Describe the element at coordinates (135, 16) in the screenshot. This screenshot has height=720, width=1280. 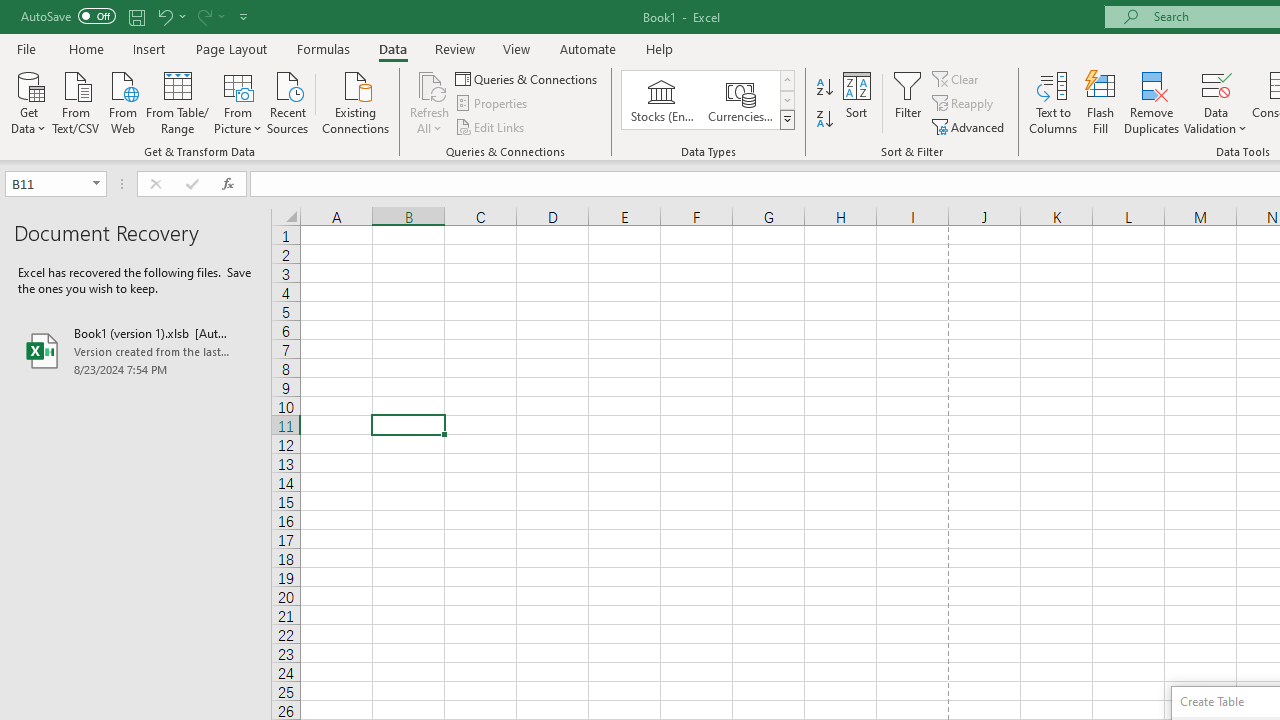
I see `'Quick Access Toolbar'` at that location.